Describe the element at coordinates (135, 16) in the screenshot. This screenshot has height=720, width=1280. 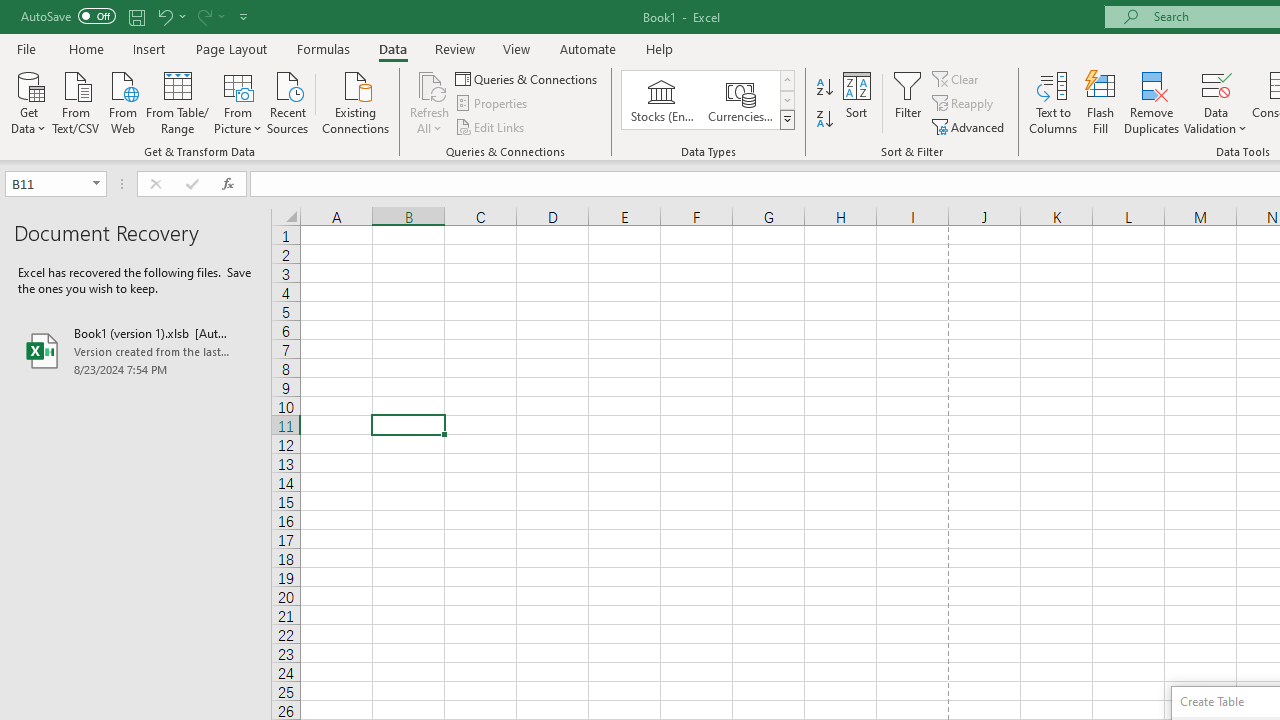
I see `'Quick Access Toolbar'` at that location.